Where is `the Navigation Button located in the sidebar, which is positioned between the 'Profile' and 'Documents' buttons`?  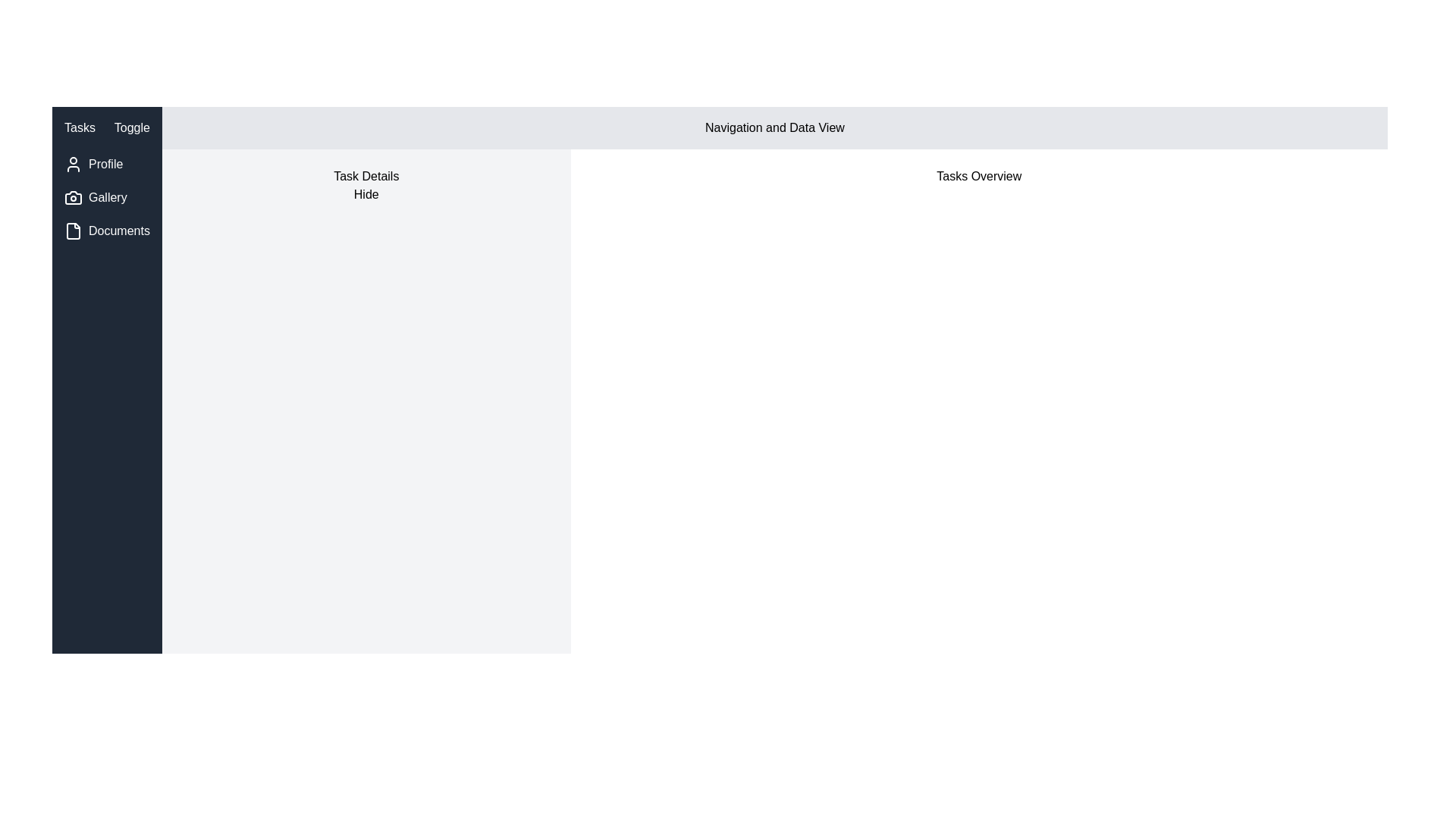 the Navigation Button located in the sidebar, which is positioned between the 'Profile' and 'Documents' buttons is located at coordinates (106, 197).